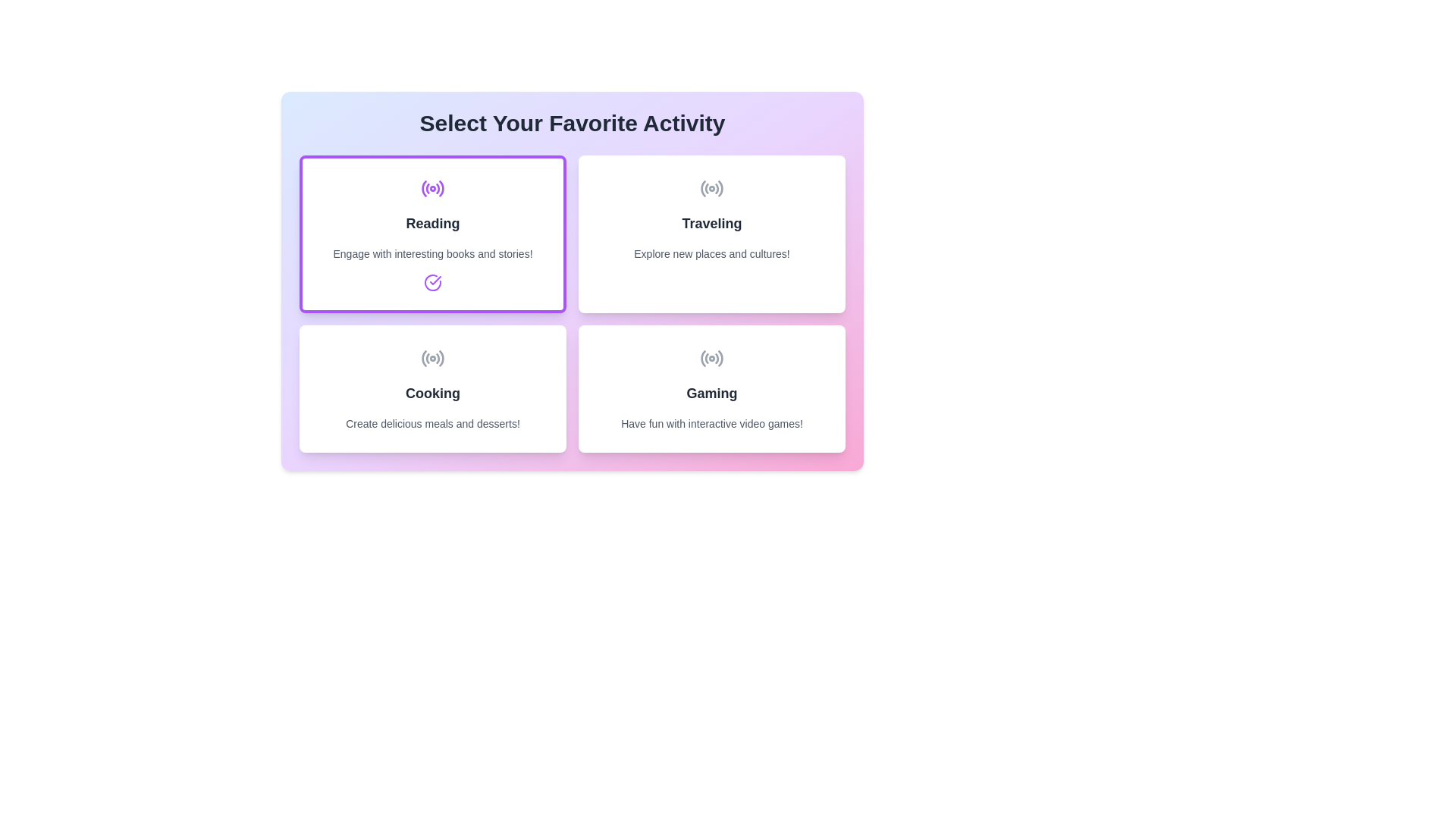 Image resolution: width=1456 pixels, height=819 pixels. Describe the element at coordinates (711, 223) in the screenshot. I see `the text label that serves as the title of the 'Traveling' activity card, located in the second card of a 2x2 grid layout` at that location.